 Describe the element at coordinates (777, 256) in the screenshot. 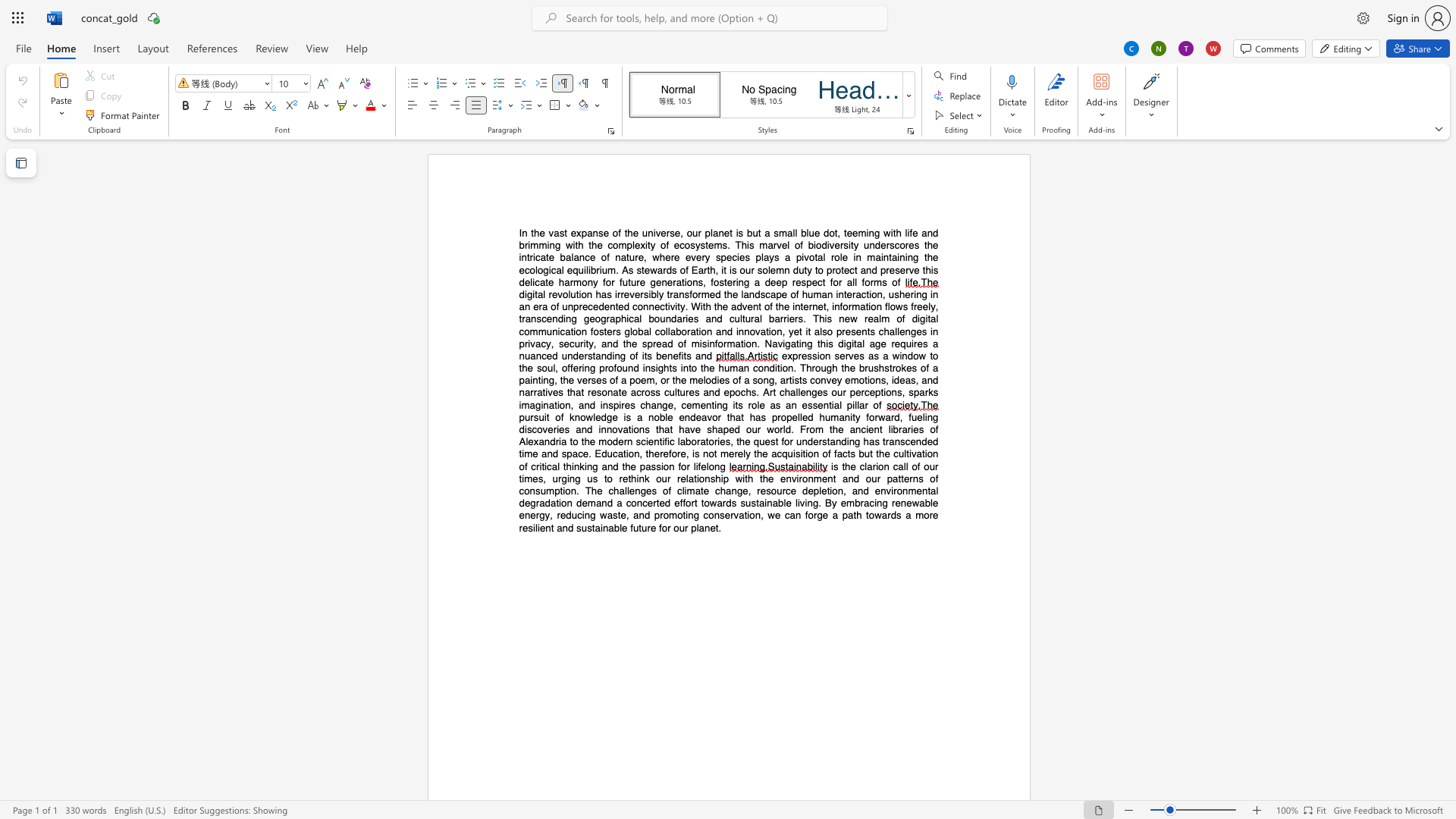

I see `the 15th character "s" in the text` at that location.